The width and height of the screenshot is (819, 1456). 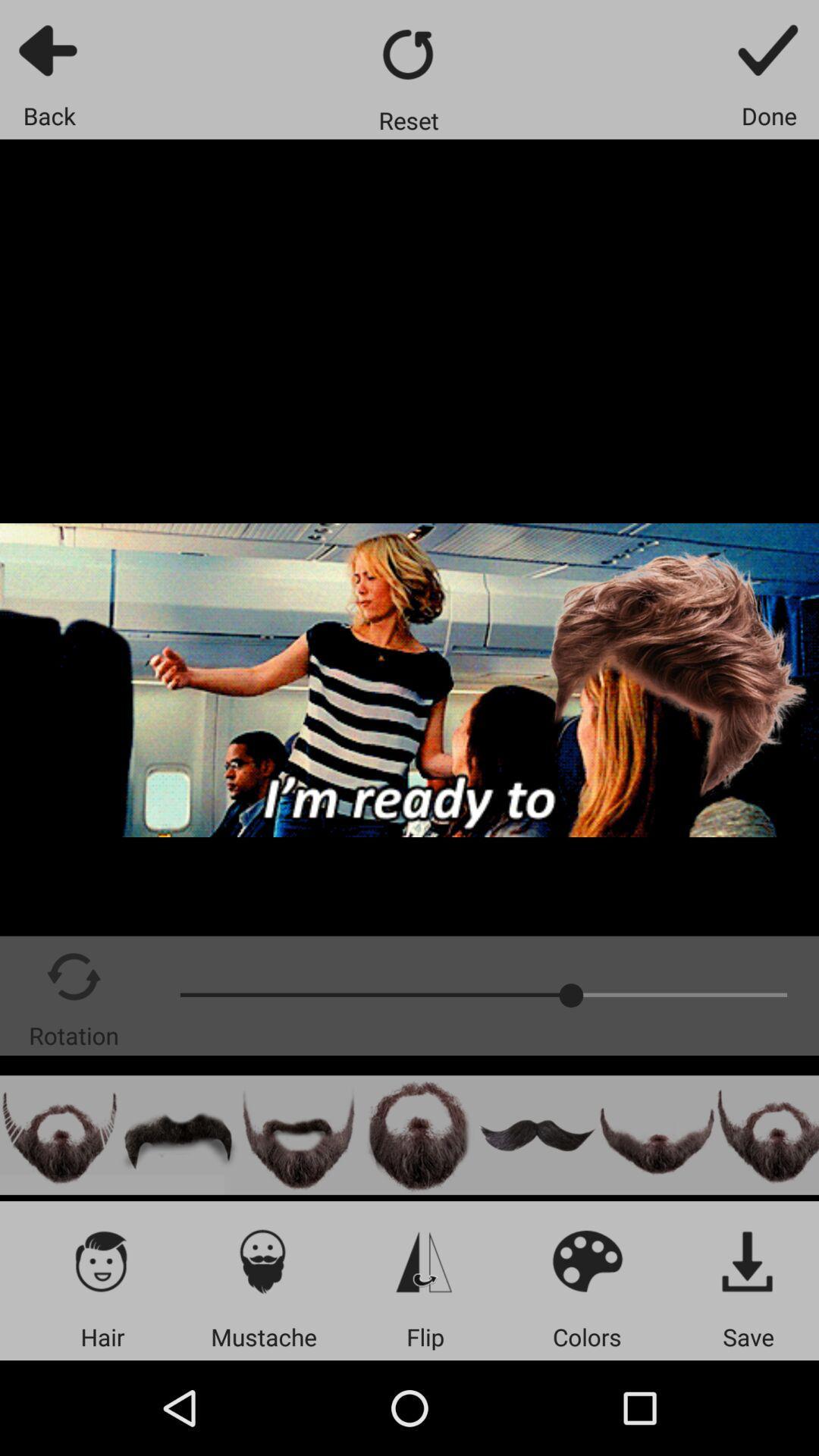 I want to click on reset icon, so click(x=408, y=54).